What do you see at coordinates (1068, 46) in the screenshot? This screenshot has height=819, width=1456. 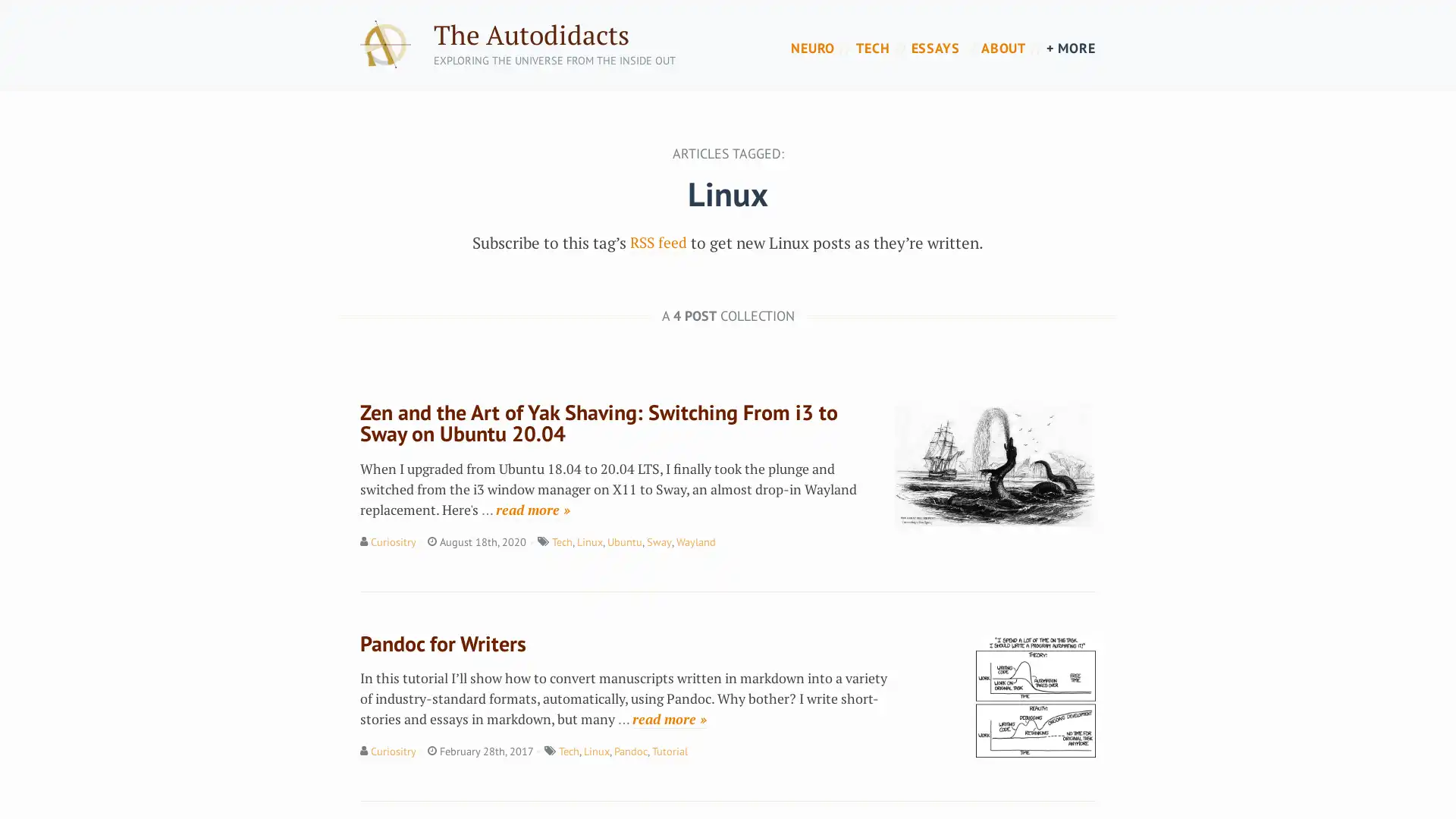 I see `+ MORE` at bounding box center [1068, 46].